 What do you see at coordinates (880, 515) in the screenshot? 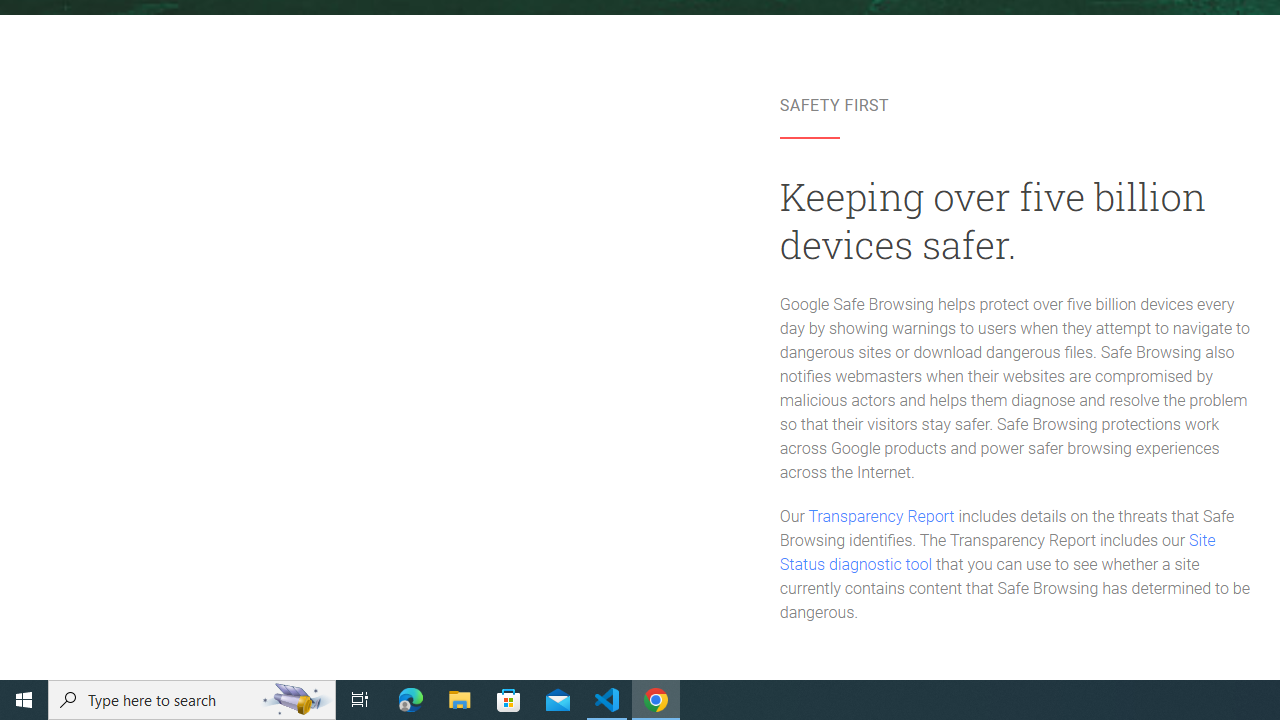
I see `'Transparency Report'` at bounding box center [880, 515].